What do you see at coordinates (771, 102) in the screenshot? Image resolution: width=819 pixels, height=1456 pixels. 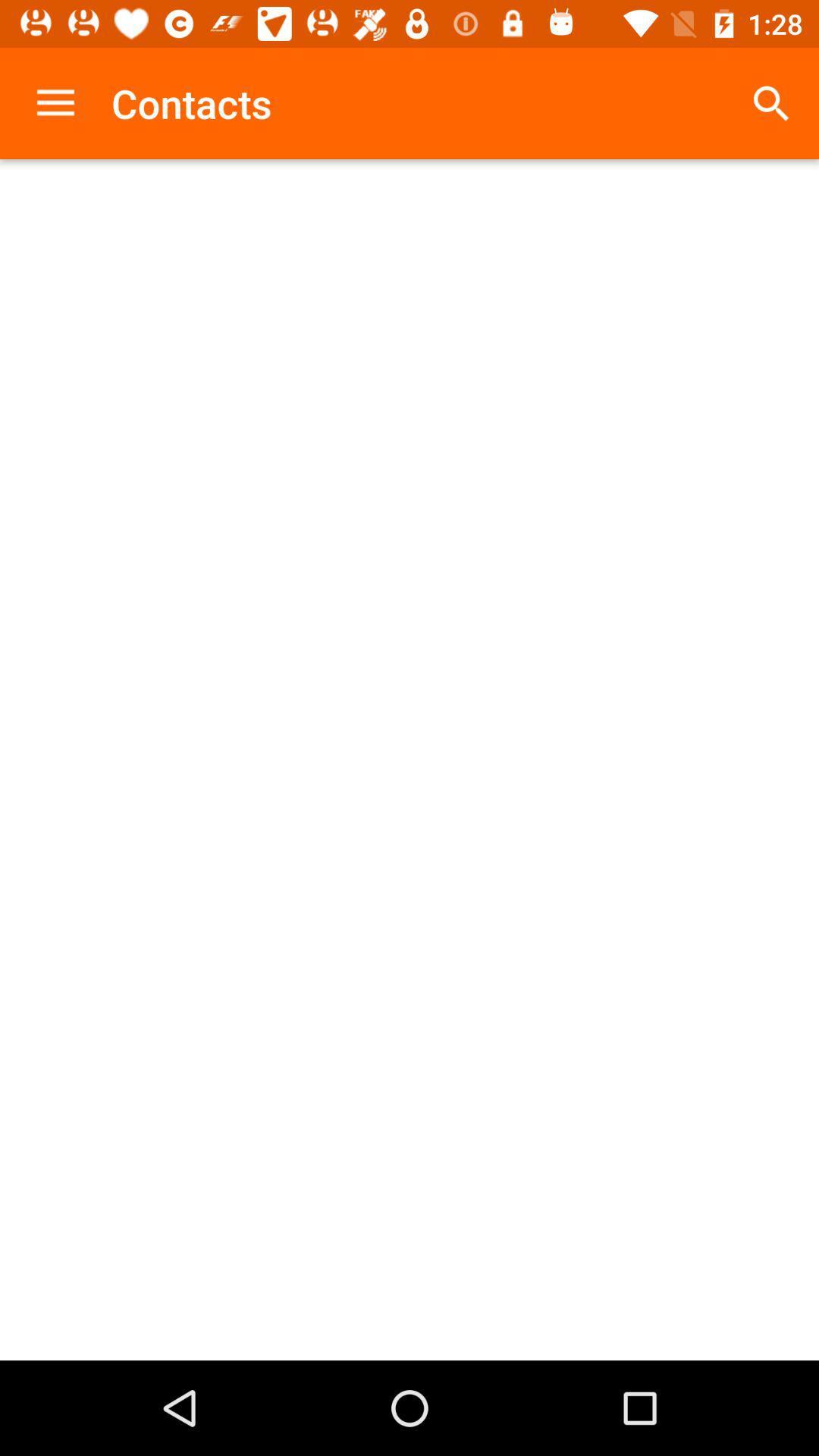 I see `the icon to the right of contacts app` at bounding box center [771, 102].